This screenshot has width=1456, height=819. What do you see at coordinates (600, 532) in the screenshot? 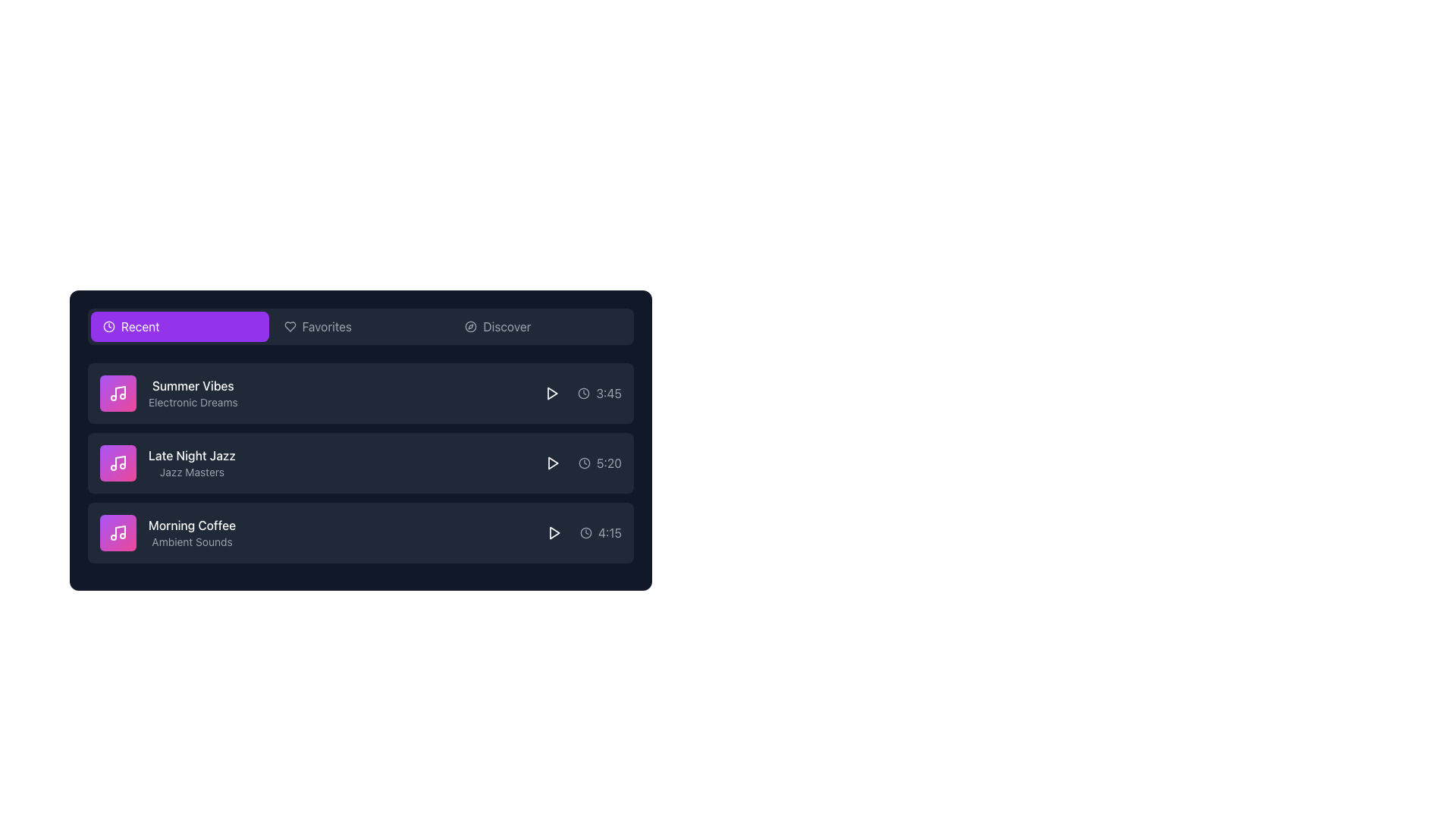
I see `the displayed duration of the 'Morning Coffee' item, which is indicated by the Duration indicator located at the far-right corner of the third row in the vertically stacked list` at bounding box center [600, 532].